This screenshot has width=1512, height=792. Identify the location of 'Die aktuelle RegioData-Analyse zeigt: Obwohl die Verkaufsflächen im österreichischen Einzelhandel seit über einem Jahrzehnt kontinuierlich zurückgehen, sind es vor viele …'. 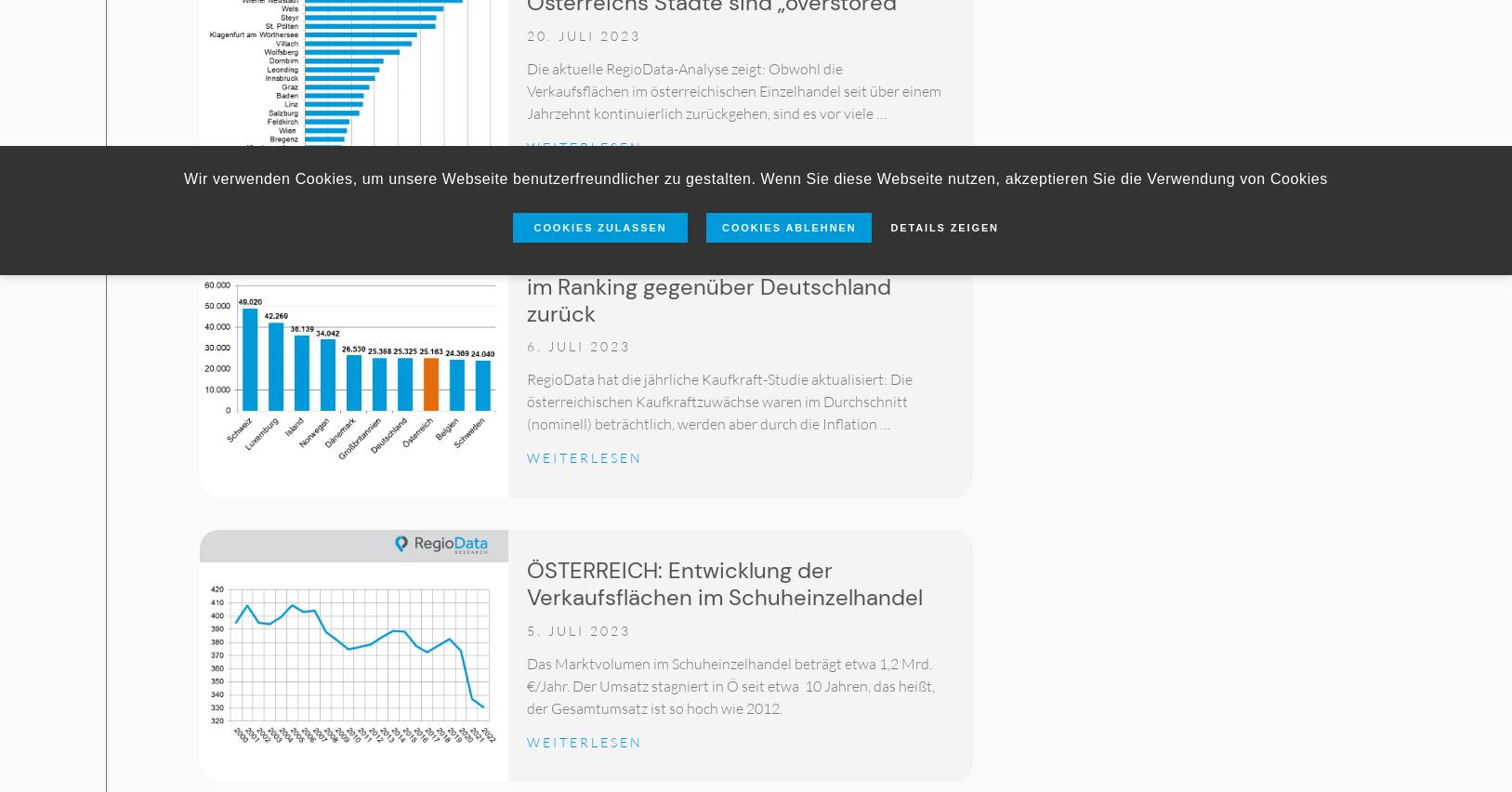
(733, 89).